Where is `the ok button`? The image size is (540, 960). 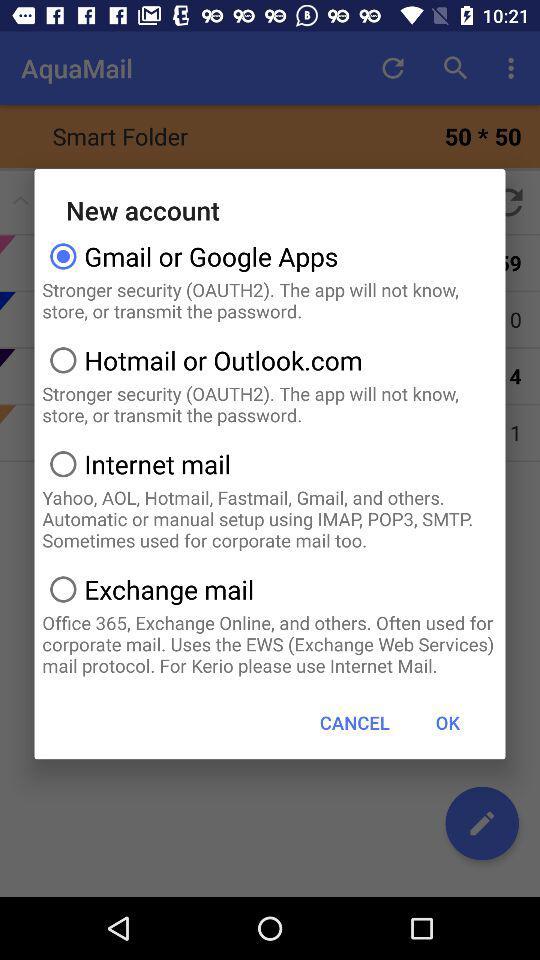
the ok button is located at coordinates (447, 721).